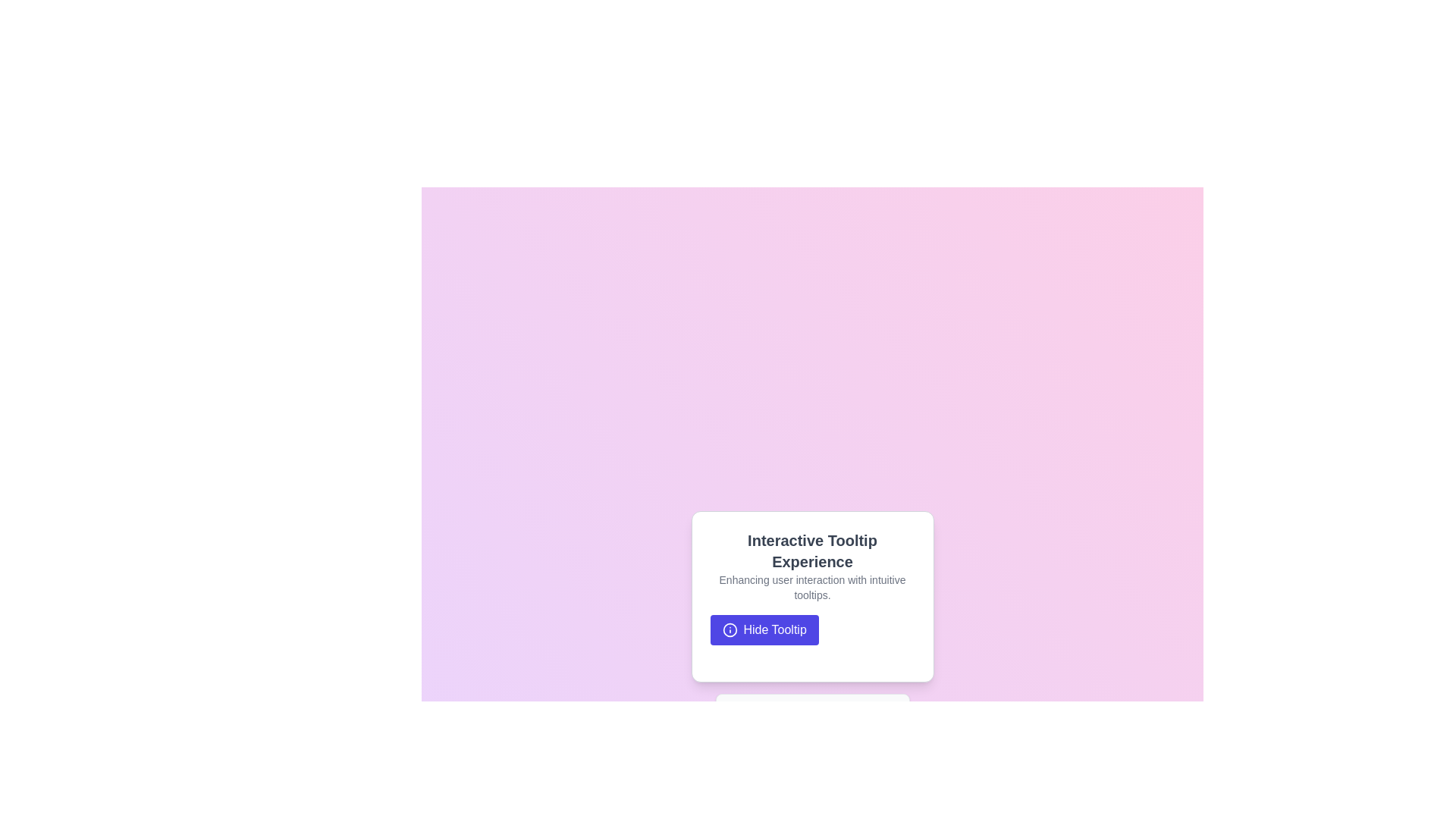 The image size is (1456, 819). What do you see at coordinates (730, 629) in the screenshot?
I see `circular SVG icon that serves as part of the 'Hide Tooltip' button, which has a thin border stroke and no fill` at bounding box center [730, 629].